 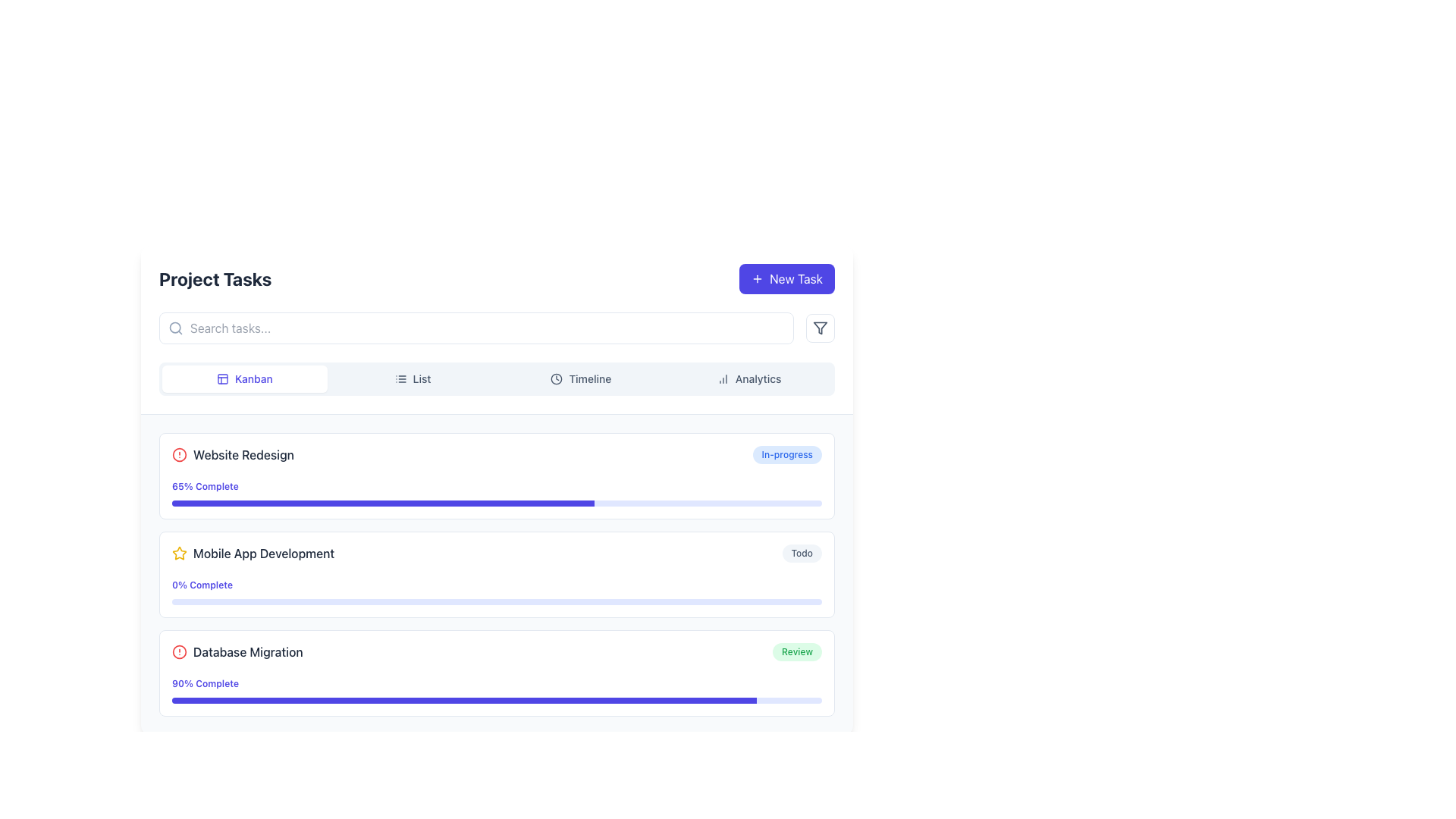 I want to click on text label displaying the title of the task 'Database Migration,' located in the bottom box of three task entries, specifically in the row labeled '90% Complete,' to the right of a red circular alert icon, so click(x=248, y=651).